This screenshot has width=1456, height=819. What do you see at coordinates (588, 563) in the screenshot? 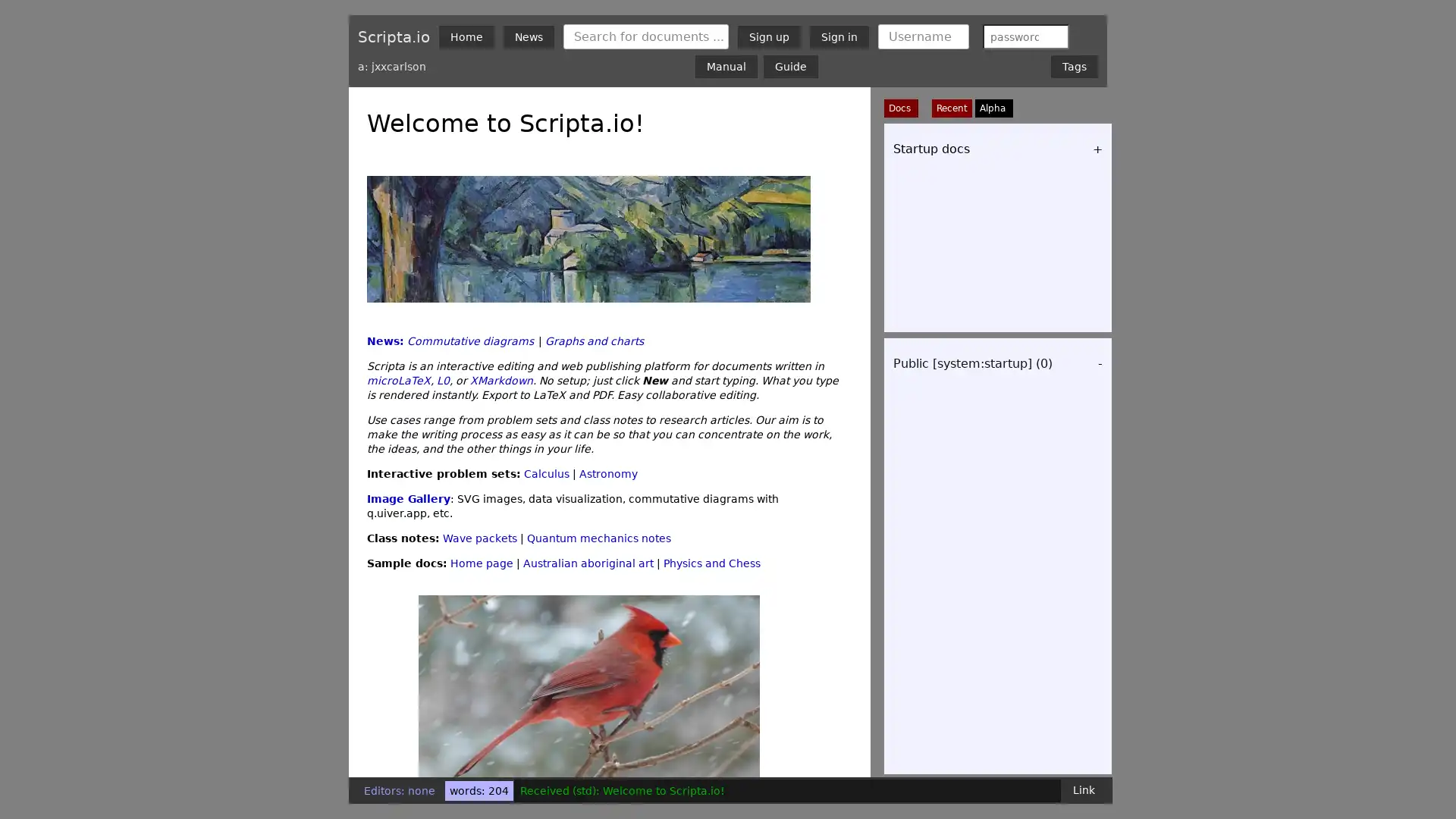
I see `Australian aboriginal art` at bounding box center [588, 563].